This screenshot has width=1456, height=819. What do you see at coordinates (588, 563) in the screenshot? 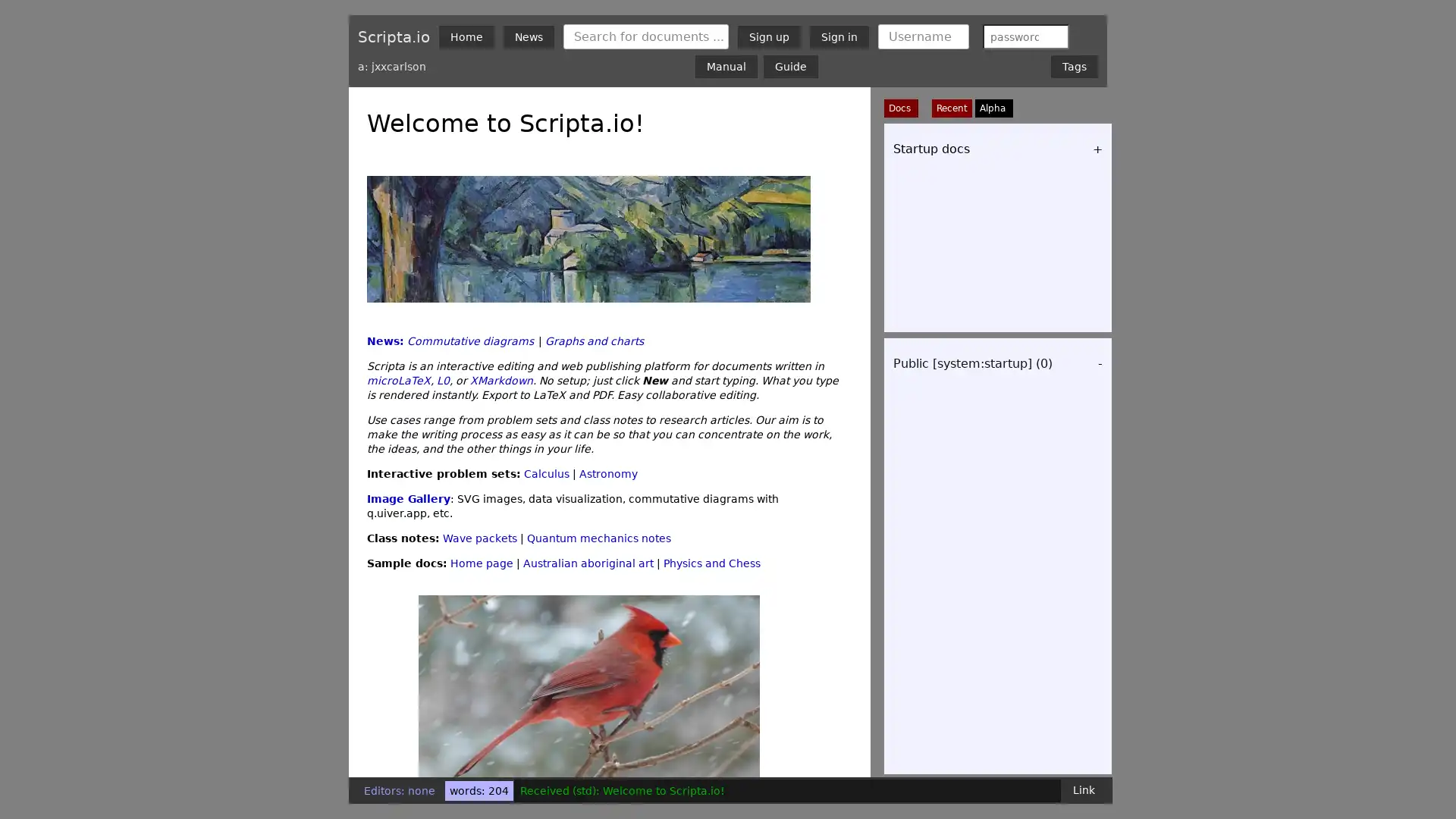
I see `Australian aboriginal art` at bounding box center [588, 563].